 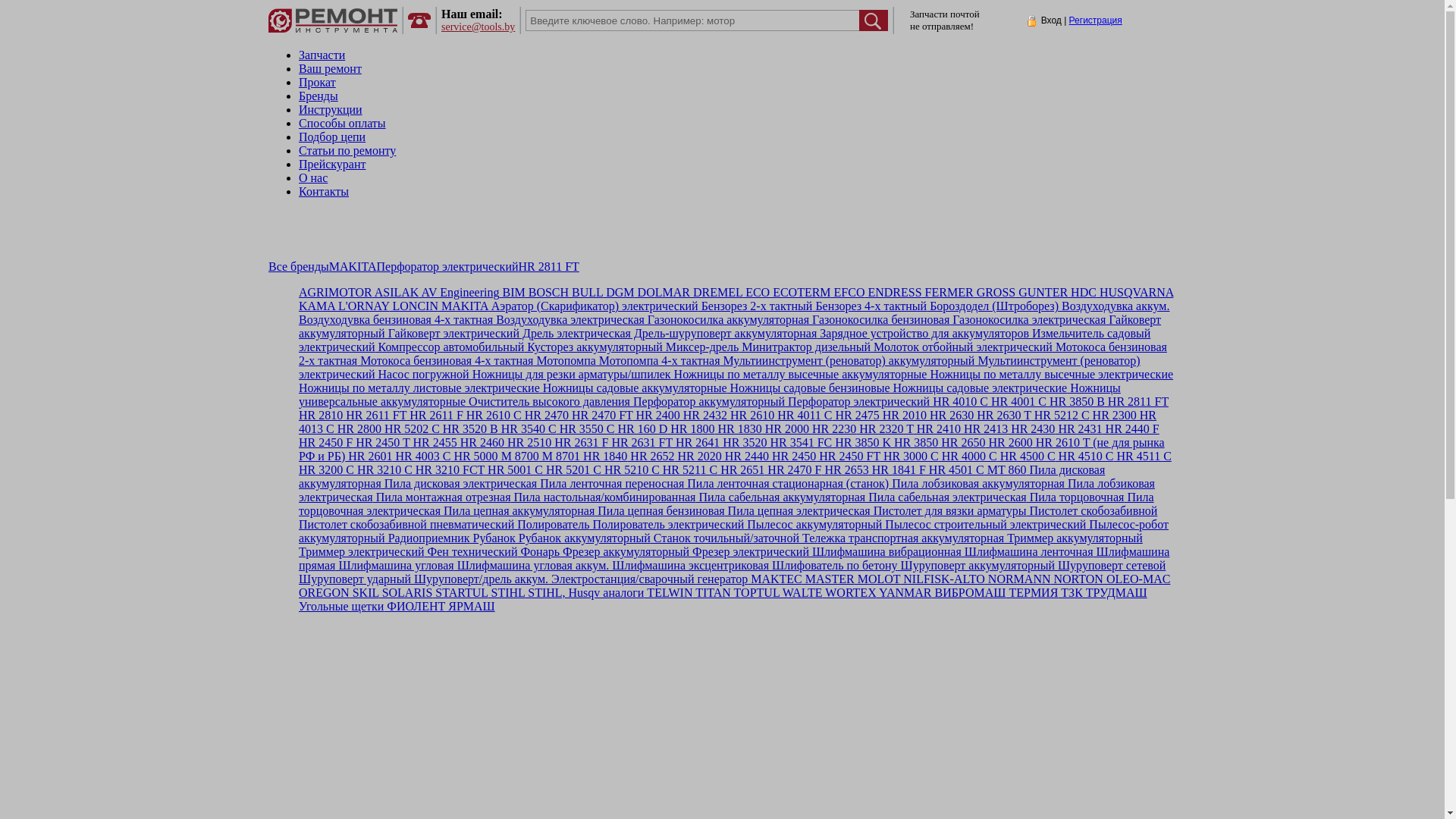 What do you see at coordinates (843, 469) in the screenshot?
I see `'HR 2653'` at bounding box center [843, 469].